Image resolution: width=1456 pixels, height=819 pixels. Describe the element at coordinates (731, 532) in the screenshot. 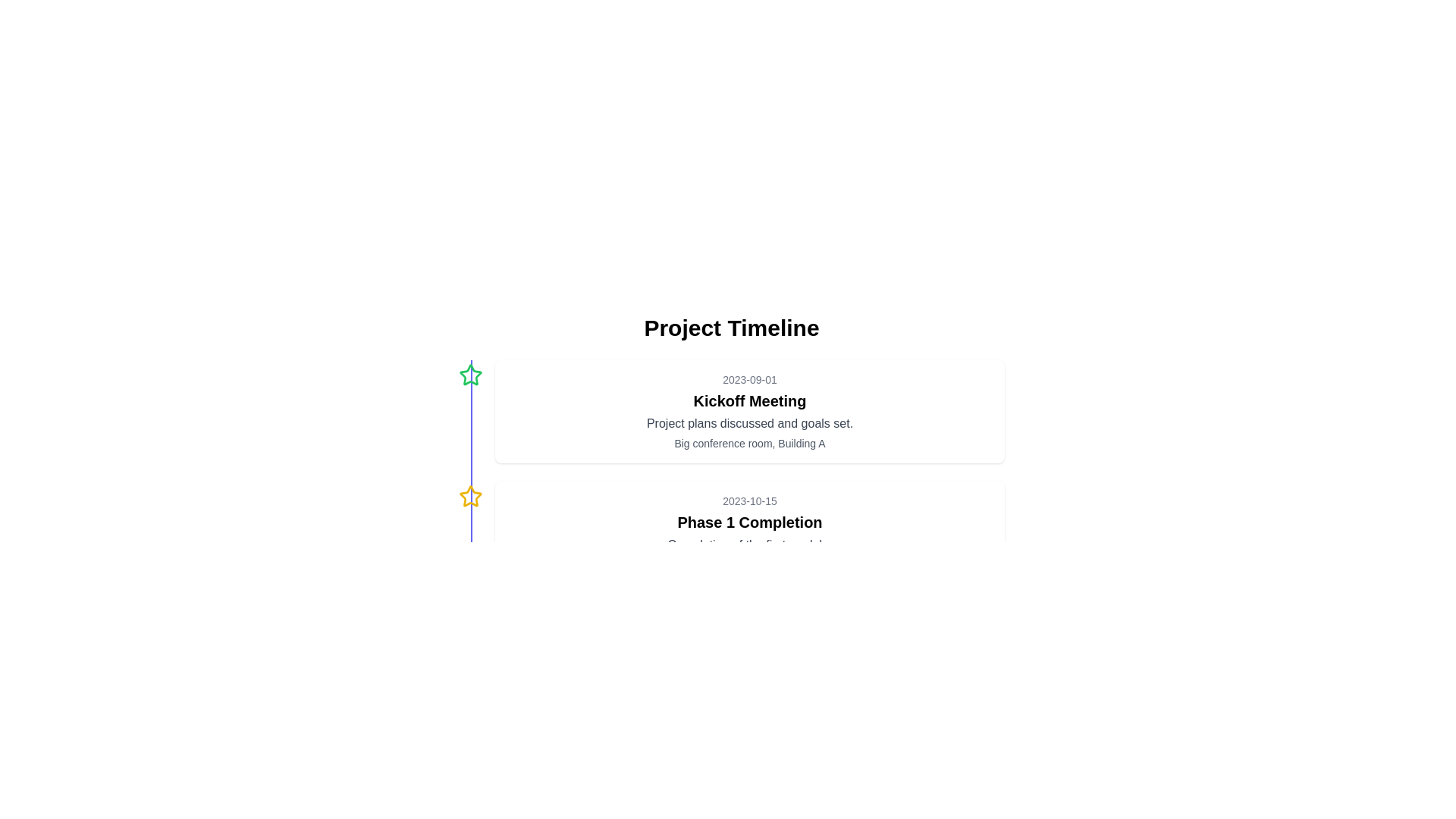

I see `the second event entry in the timeline display, which represents the completion of 'Phase 1' scheduled for 2023-10-15` at that location.